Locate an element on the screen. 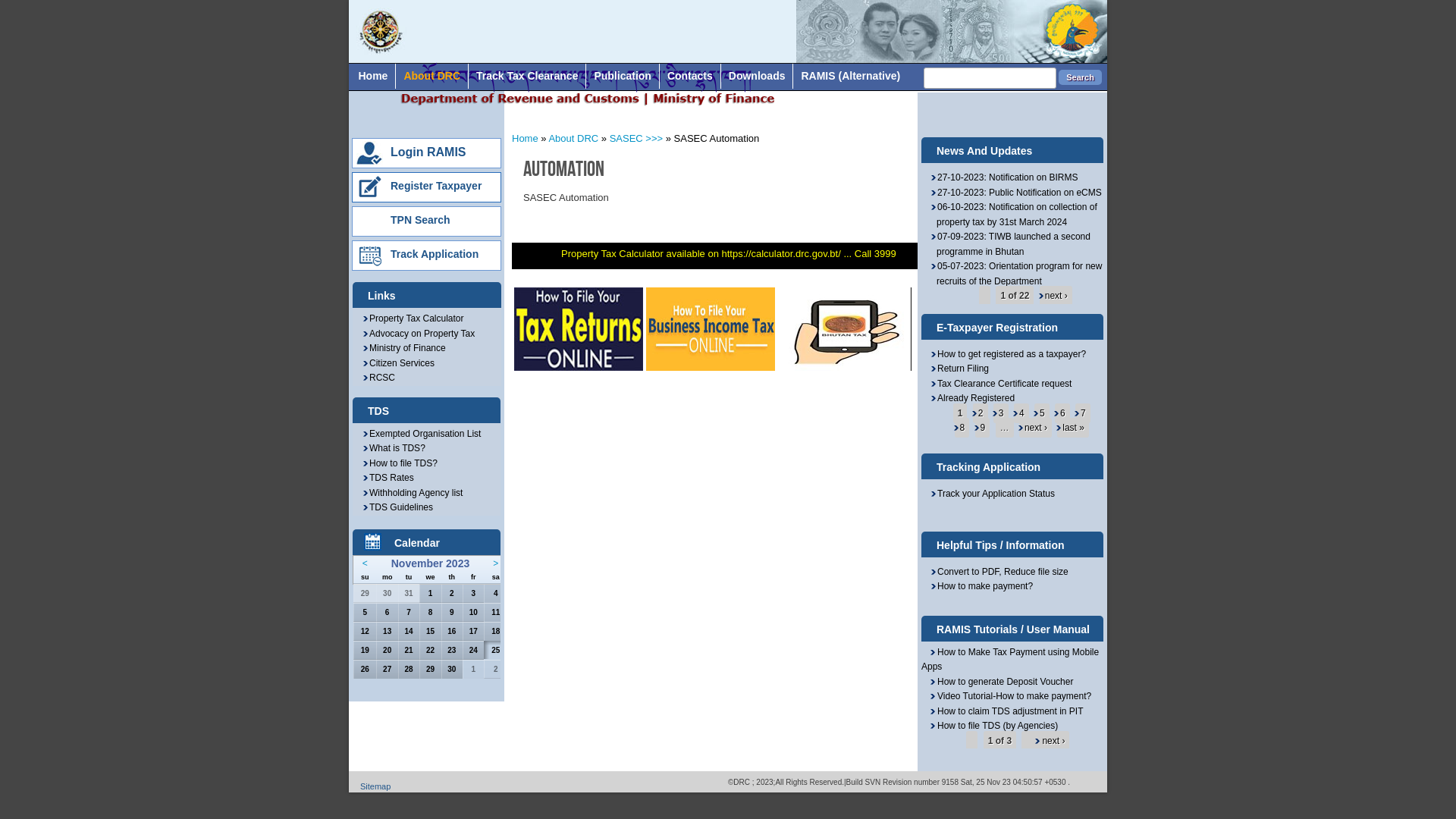  '8' is located at coordinates (958, 427).